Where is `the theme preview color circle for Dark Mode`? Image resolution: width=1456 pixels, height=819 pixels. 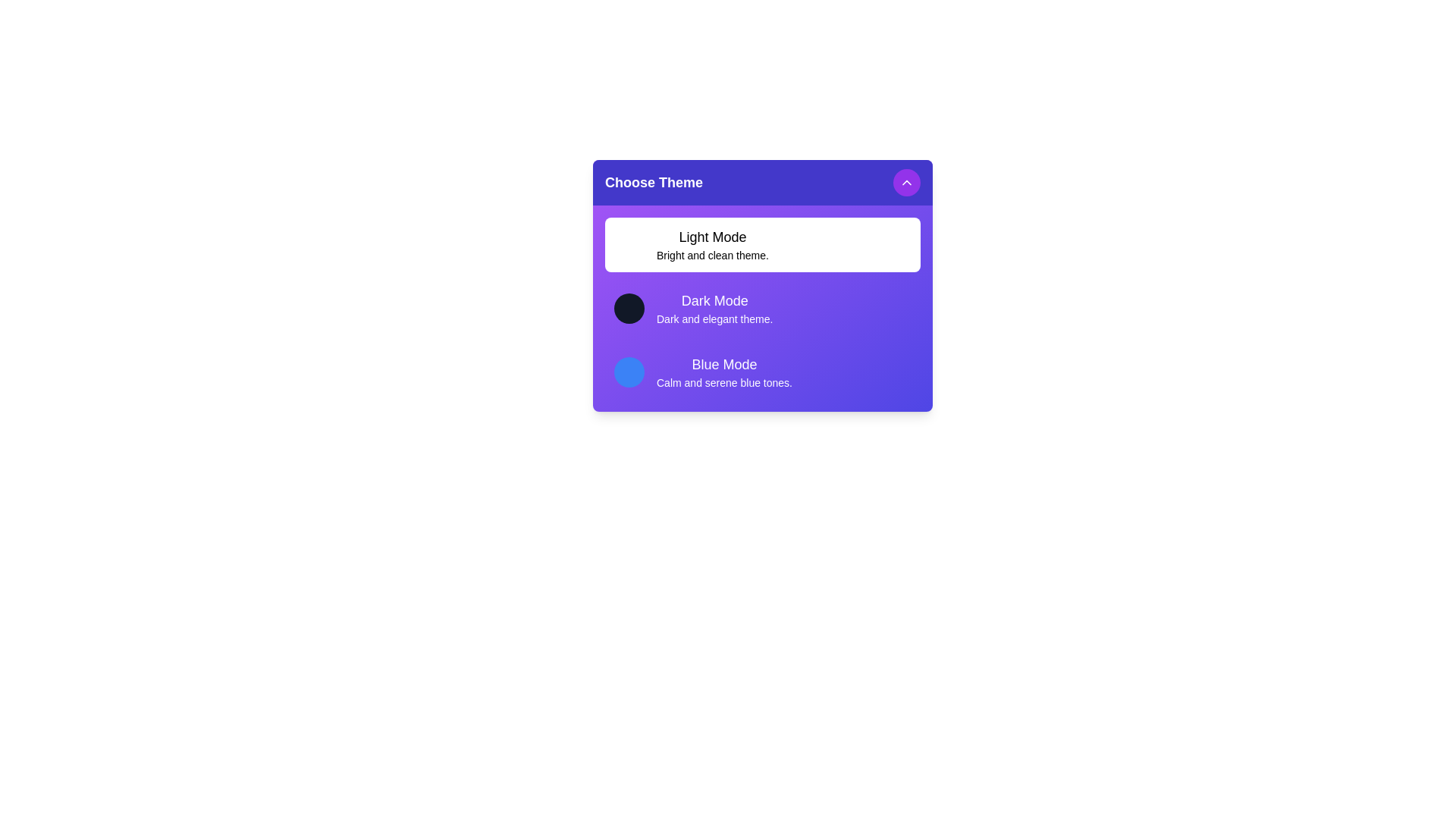 the theme preview color circle for Dark Mode is located at coordinates (629, 308).